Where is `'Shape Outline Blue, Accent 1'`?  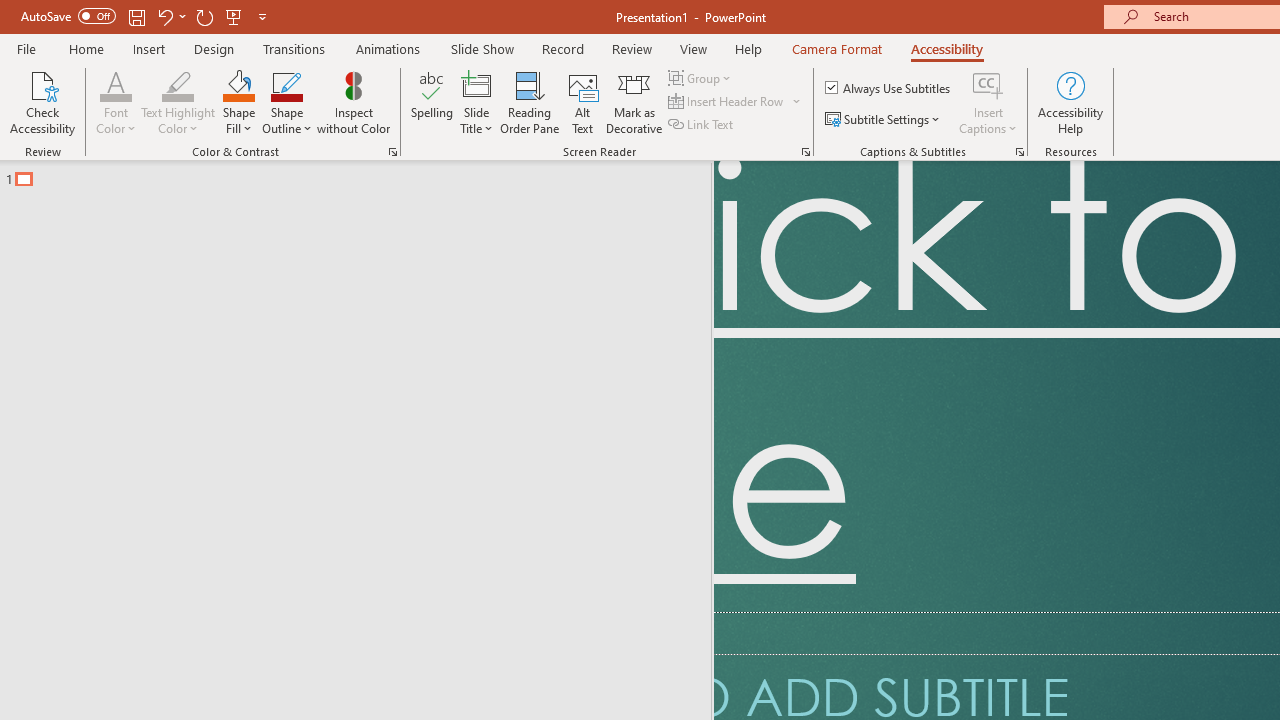
'Shape Outline Blue, Accent 1' is located at coordinates (286, 84).